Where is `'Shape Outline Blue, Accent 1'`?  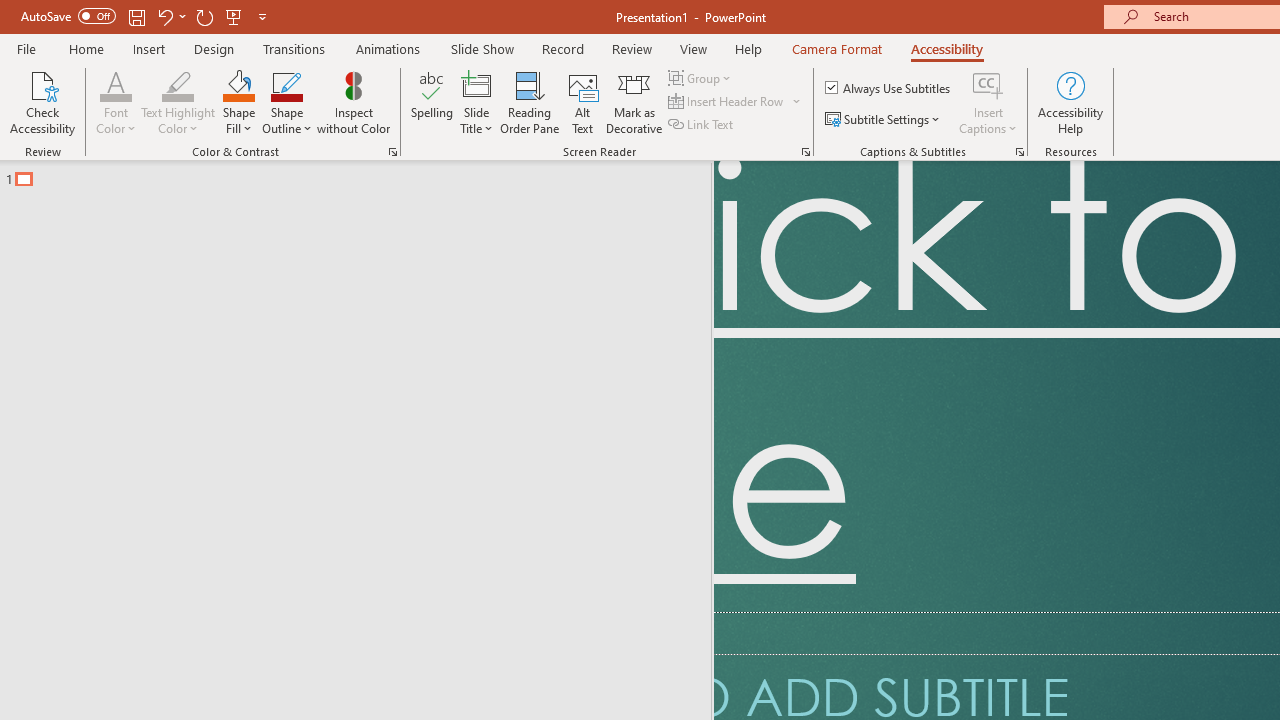
'Shape Outline Blue, Accent 1' is located at coordinates (286, 84).